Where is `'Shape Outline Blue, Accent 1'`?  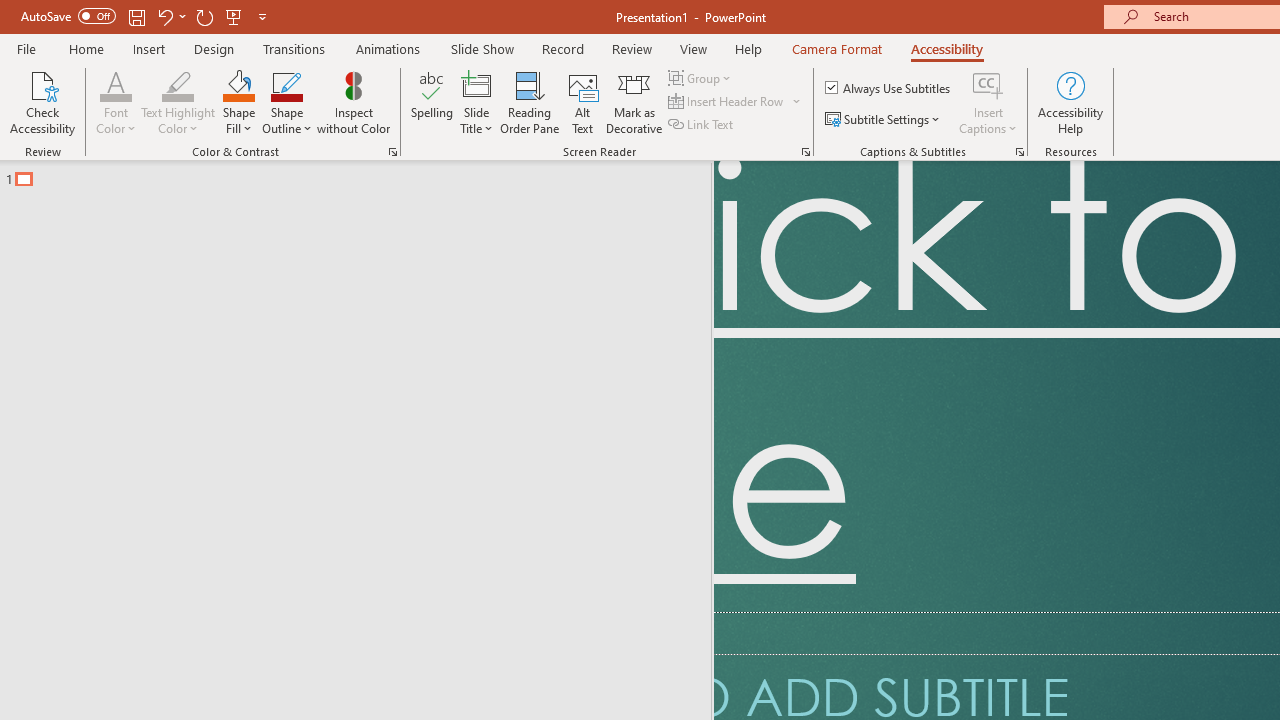
'Shape Outline Blue, Accent 1' is located at coordinates (286, 84).